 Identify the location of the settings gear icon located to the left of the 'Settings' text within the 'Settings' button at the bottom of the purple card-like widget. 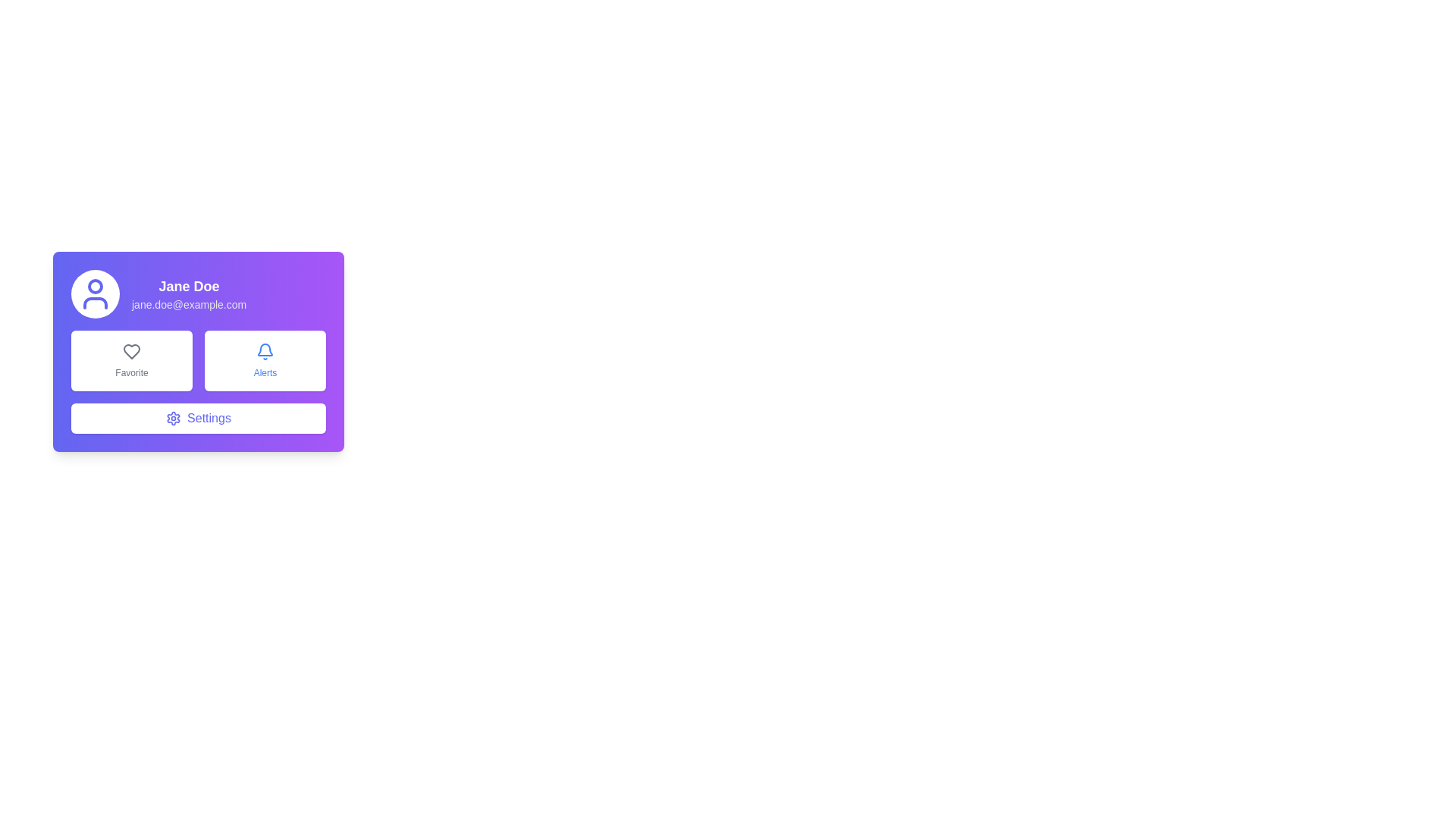
(174, 418).